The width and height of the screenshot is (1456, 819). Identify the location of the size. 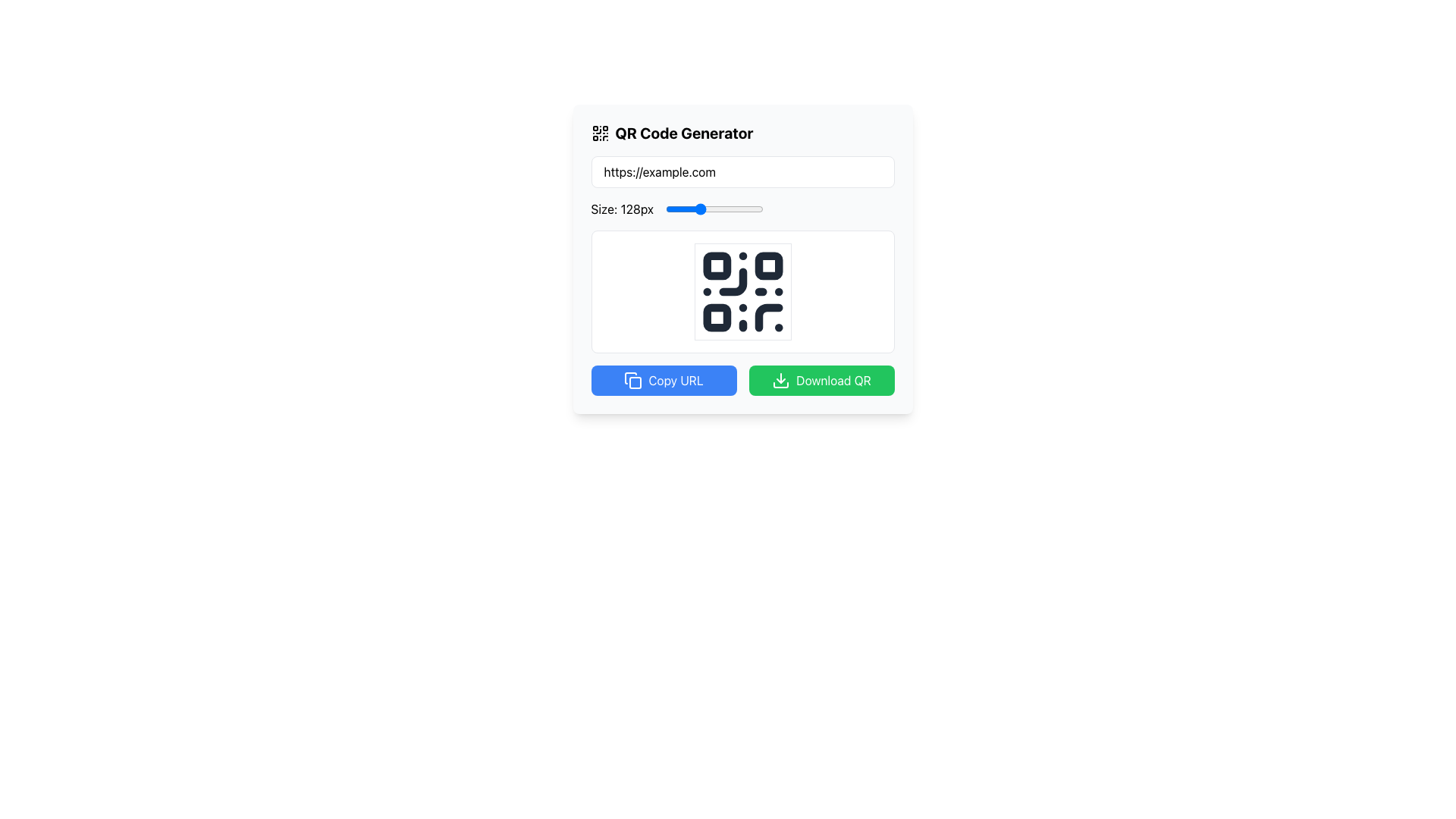
(762, 209).